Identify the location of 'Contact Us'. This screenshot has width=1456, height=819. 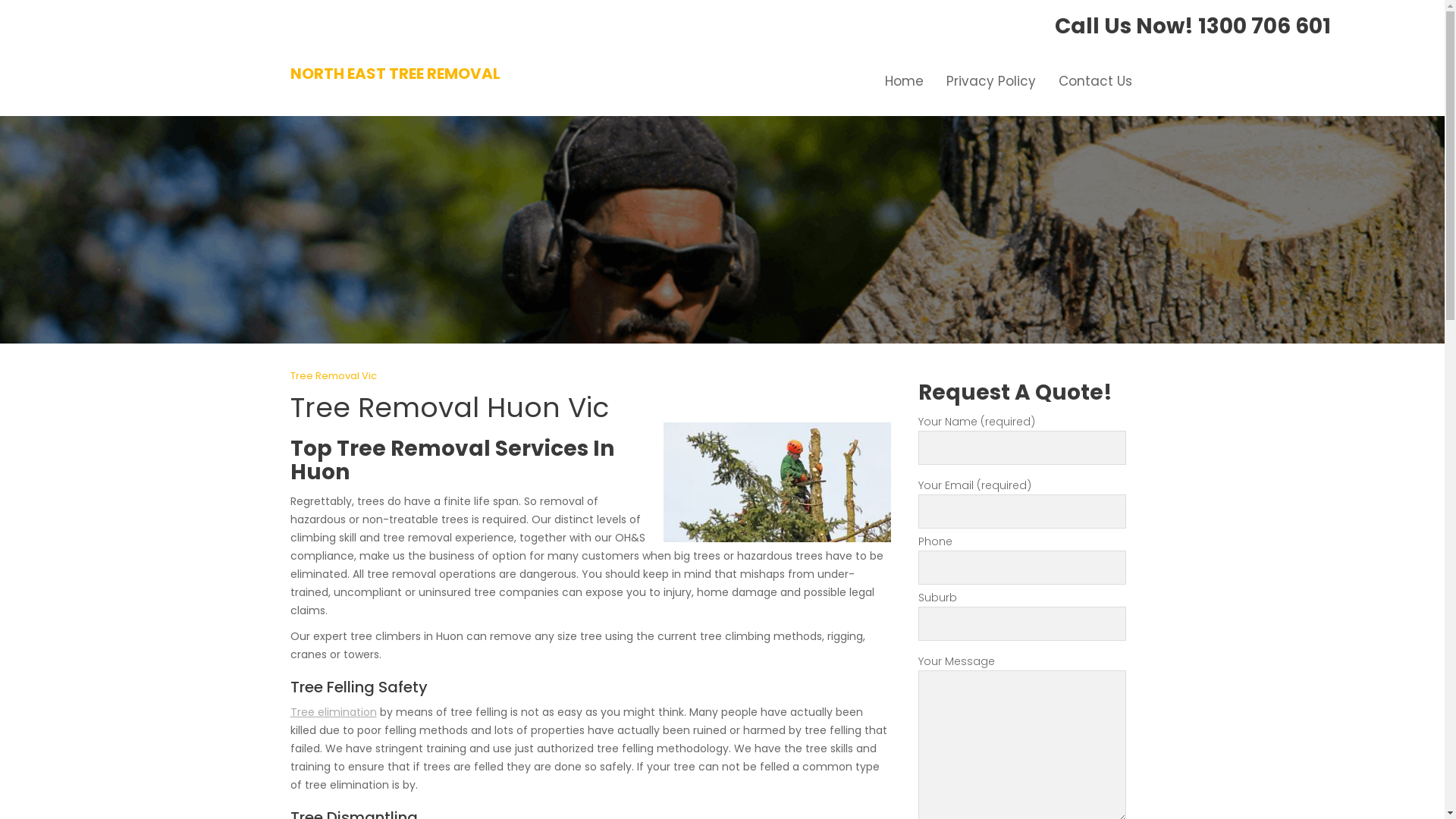
(1094, 81).